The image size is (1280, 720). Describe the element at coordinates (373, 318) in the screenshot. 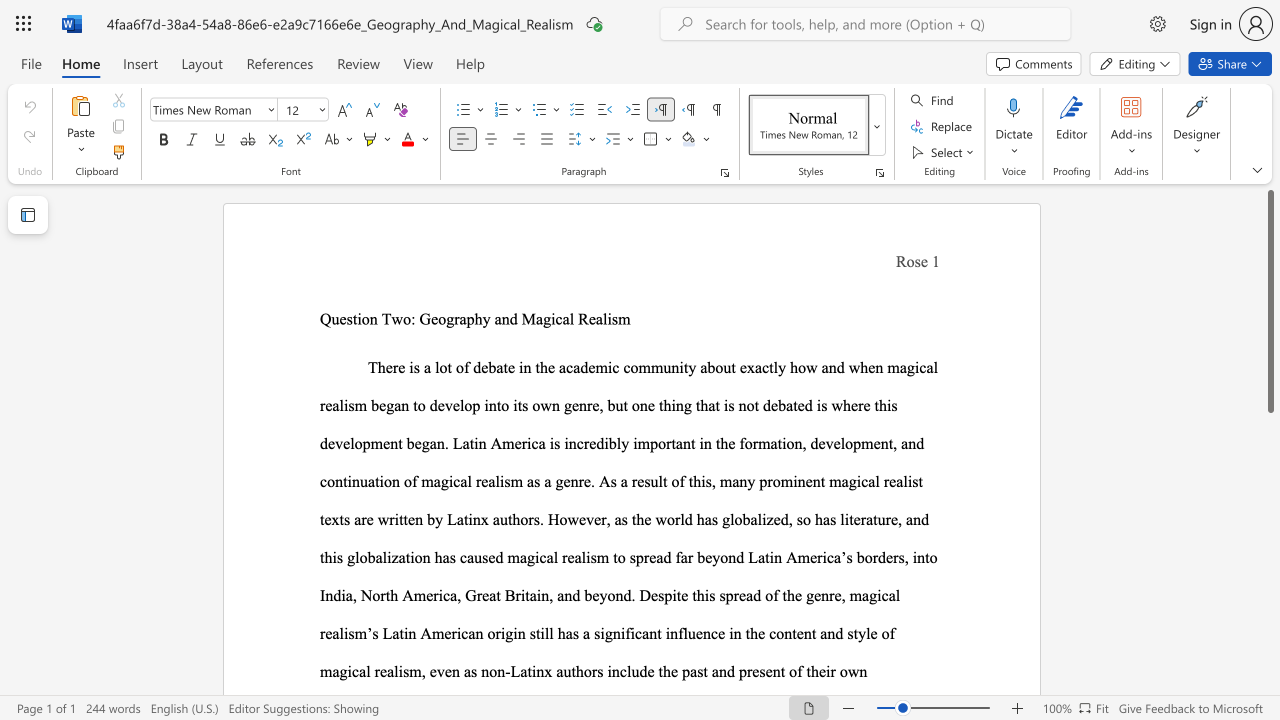

I see `the 1th character "n" in the text` at that location.